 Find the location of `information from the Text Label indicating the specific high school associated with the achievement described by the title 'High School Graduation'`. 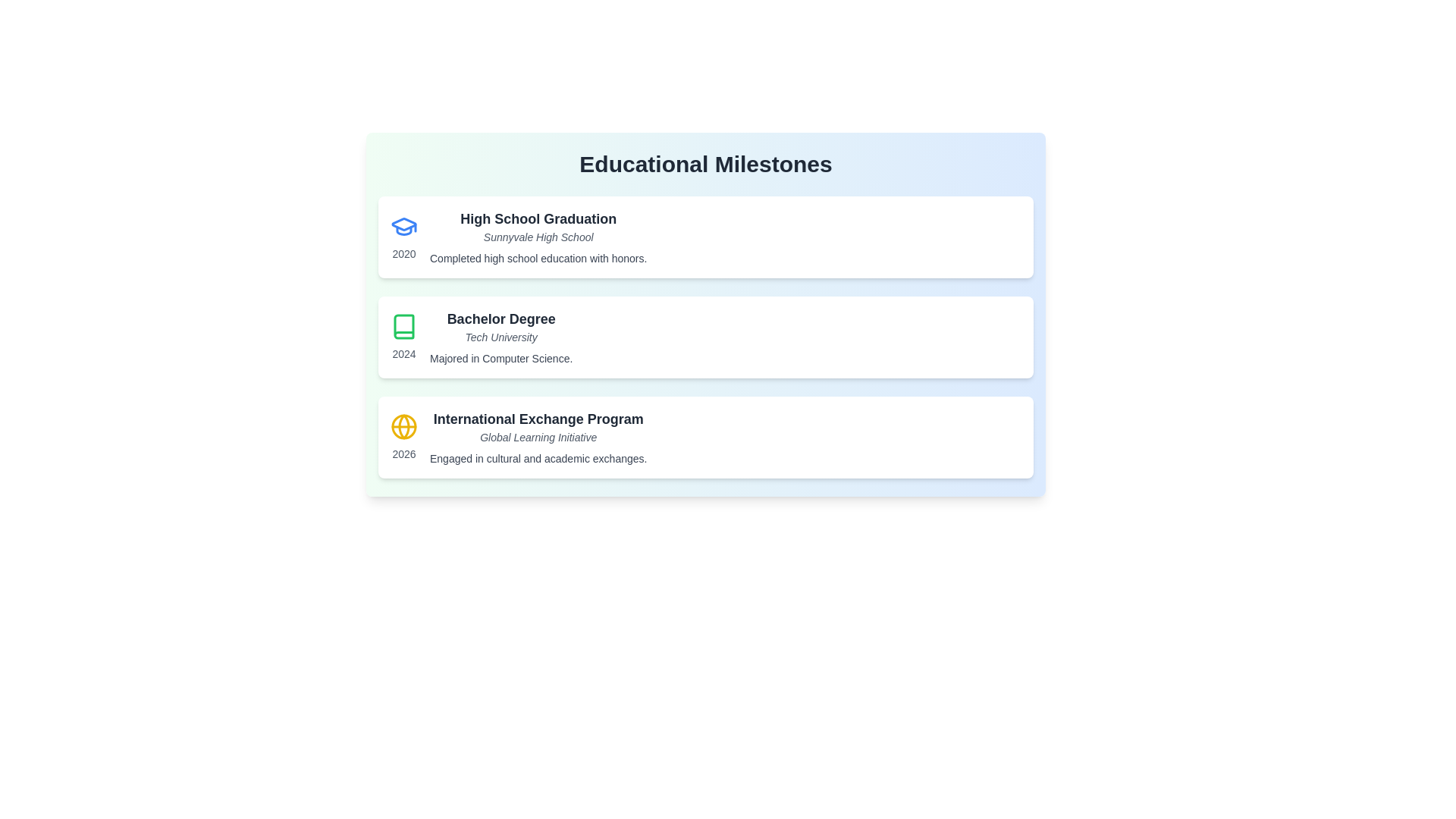

information from the Text Label indicating the specific high school associated with the achievement described by the title 'High School Graduation' is located at coordinates (538, 237).